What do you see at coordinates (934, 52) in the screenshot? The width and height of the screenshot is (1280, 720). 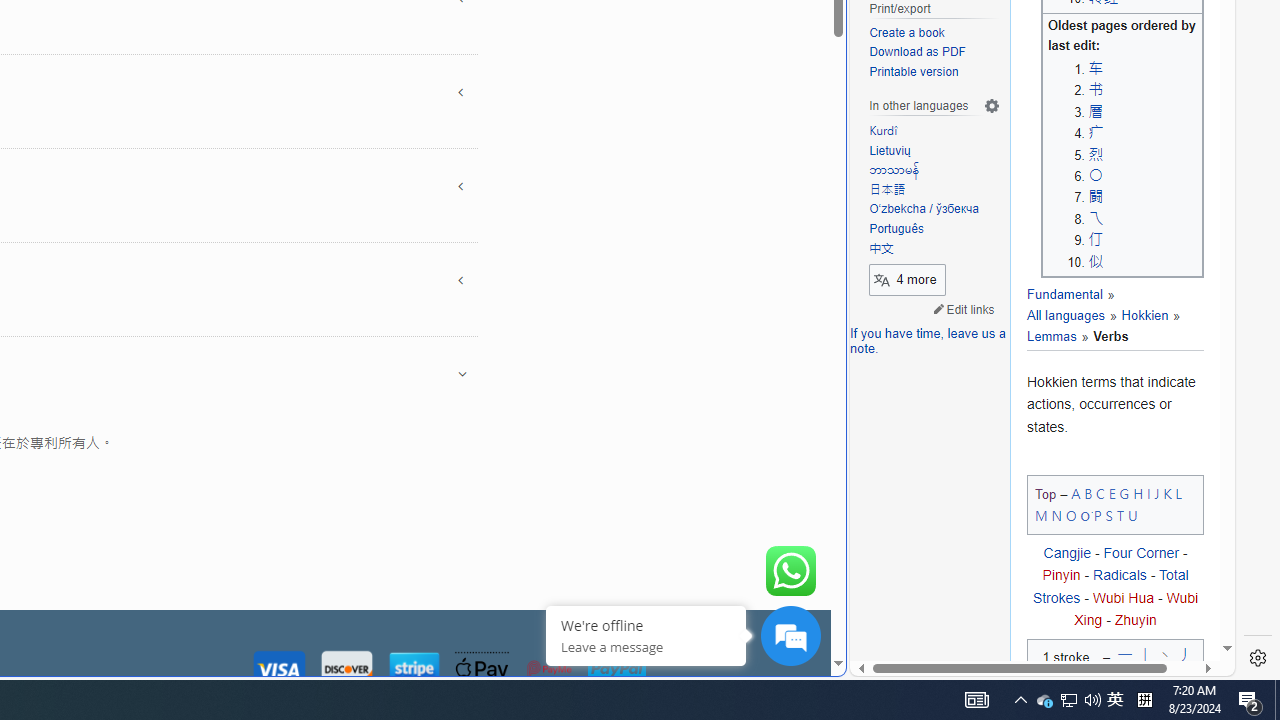 I see `'Download as PDF'` at bounding box center [934, 52].